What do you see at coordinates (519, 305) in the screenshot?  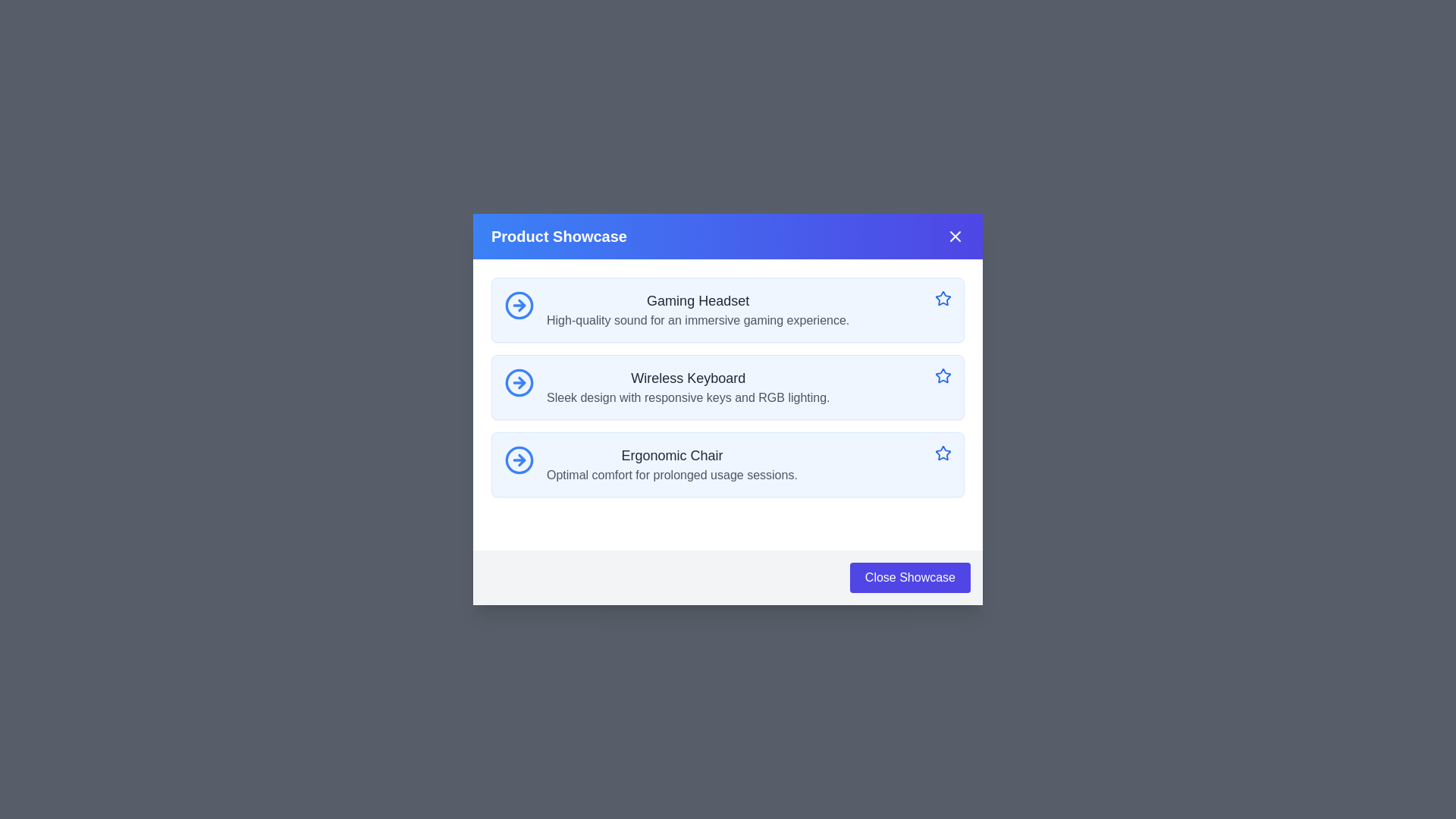 I see `the blue circular icon with a right-pointing arrow located next to the text 'Gaming Headset'` at bounding box center [519, 305].